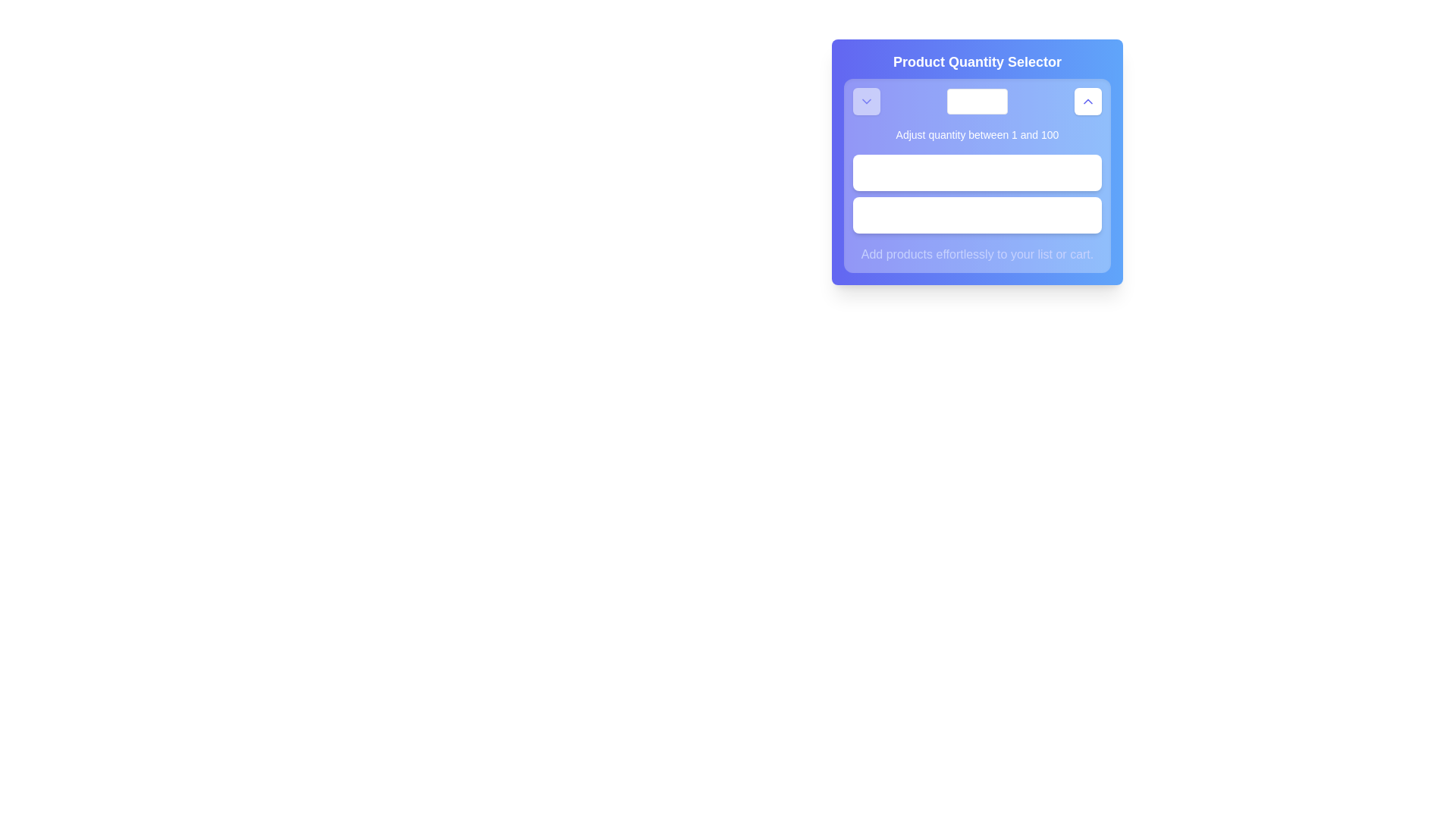  I want to click on the button with an upward-pointing chevron icon, which is styled with a light background and rounded corners, located on the right side of a numeric input field, so click(1087, 102).